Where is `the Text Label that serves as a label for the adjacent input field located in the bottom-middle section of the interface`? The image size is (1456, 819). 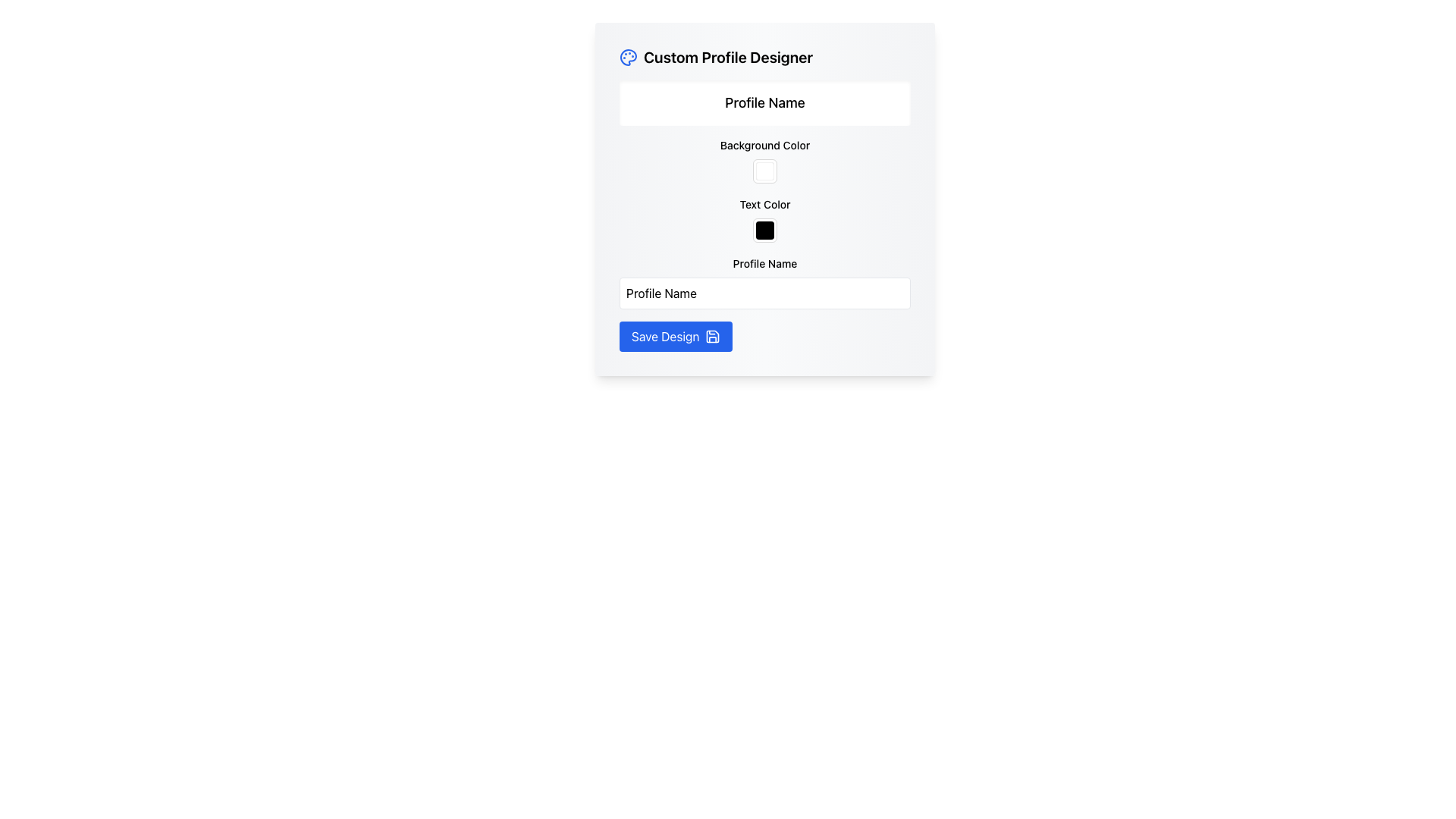
the Text Label that serves as a label for the adjacent input field located in the bottom-middle section of the interface is located at coordinates (764, 262).